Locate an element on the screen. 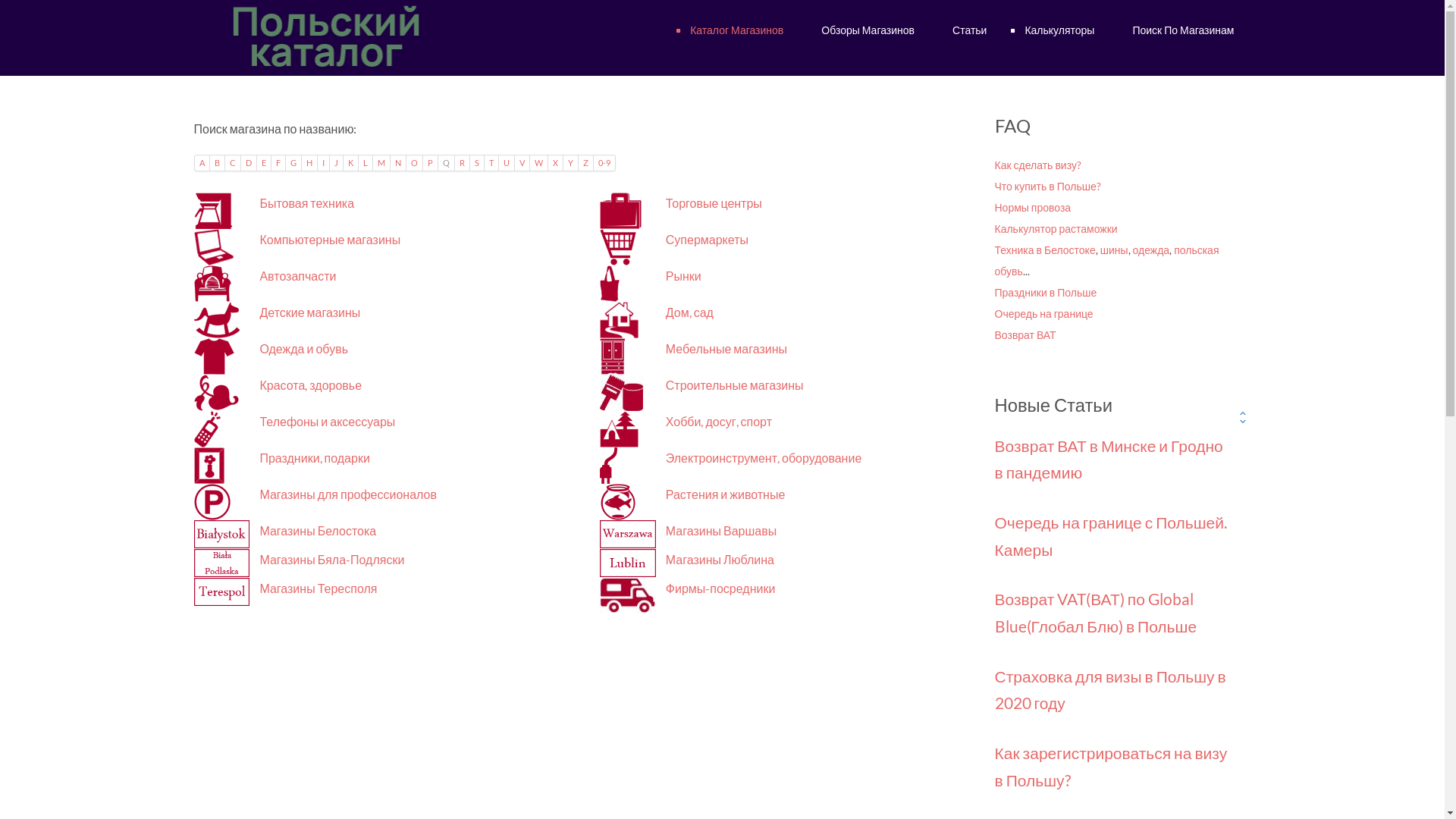 The image size is (1456, 819). 'V' is located at coordinates (521, 163).